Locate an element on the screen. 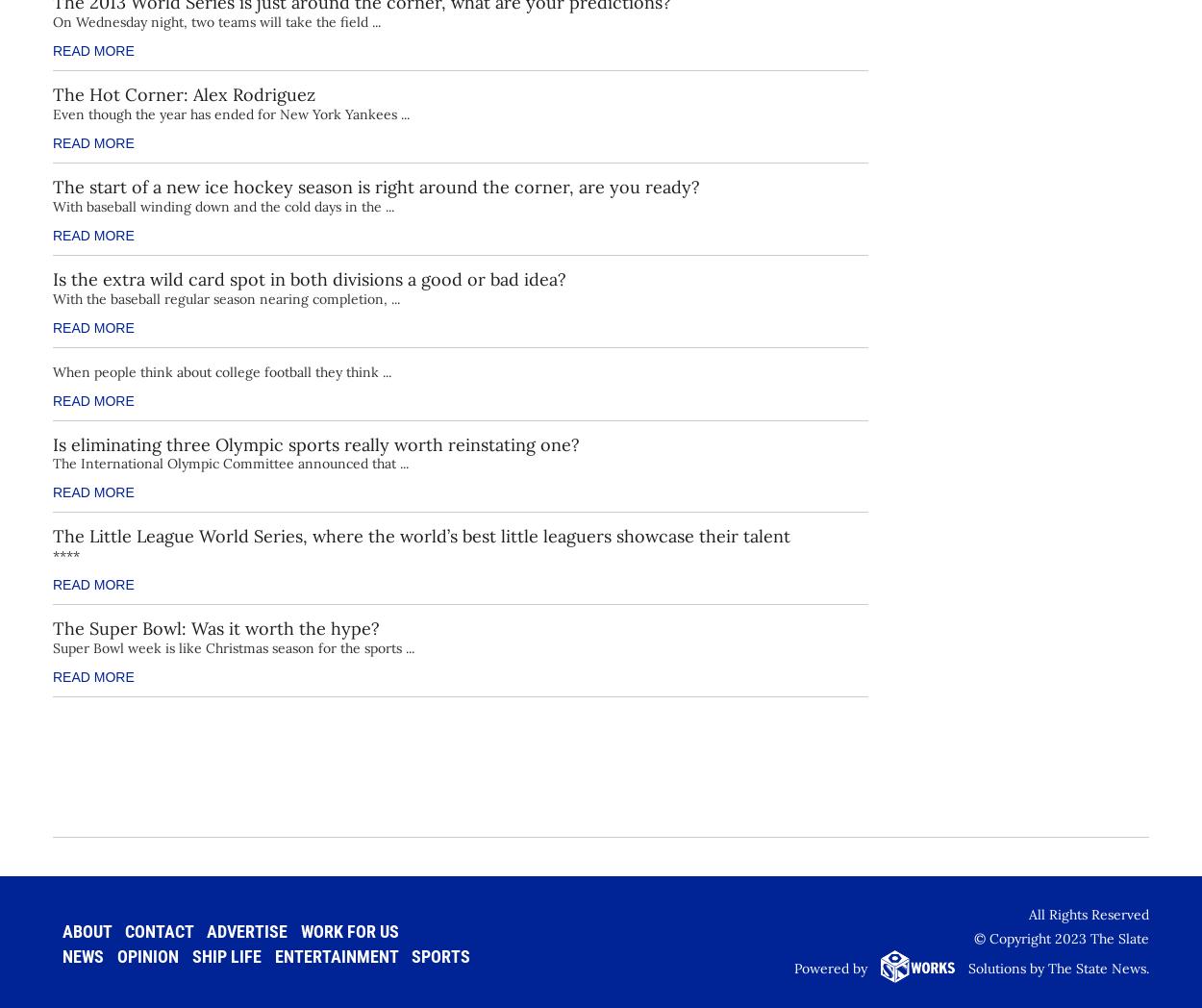 Image resolution: width=1202 pixels, height=1008 pixels. 'On Wednesday night, two teams will take the field ...' is located at coordinates (215, 20).